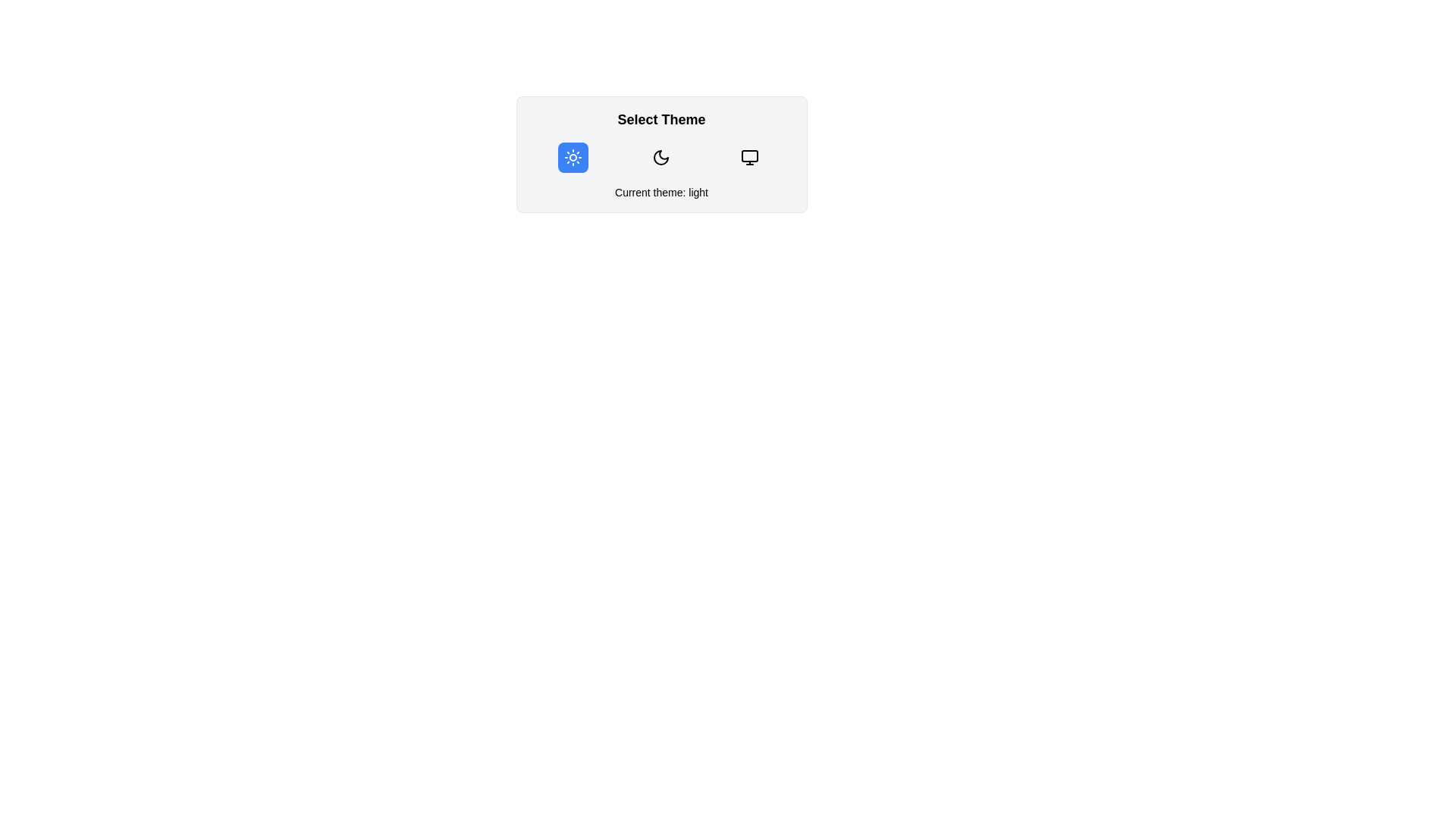 The width and height of the screenshot is (1456, 819). I want to click on the sun icon with a blue background and white stroke, so click(572, 158).